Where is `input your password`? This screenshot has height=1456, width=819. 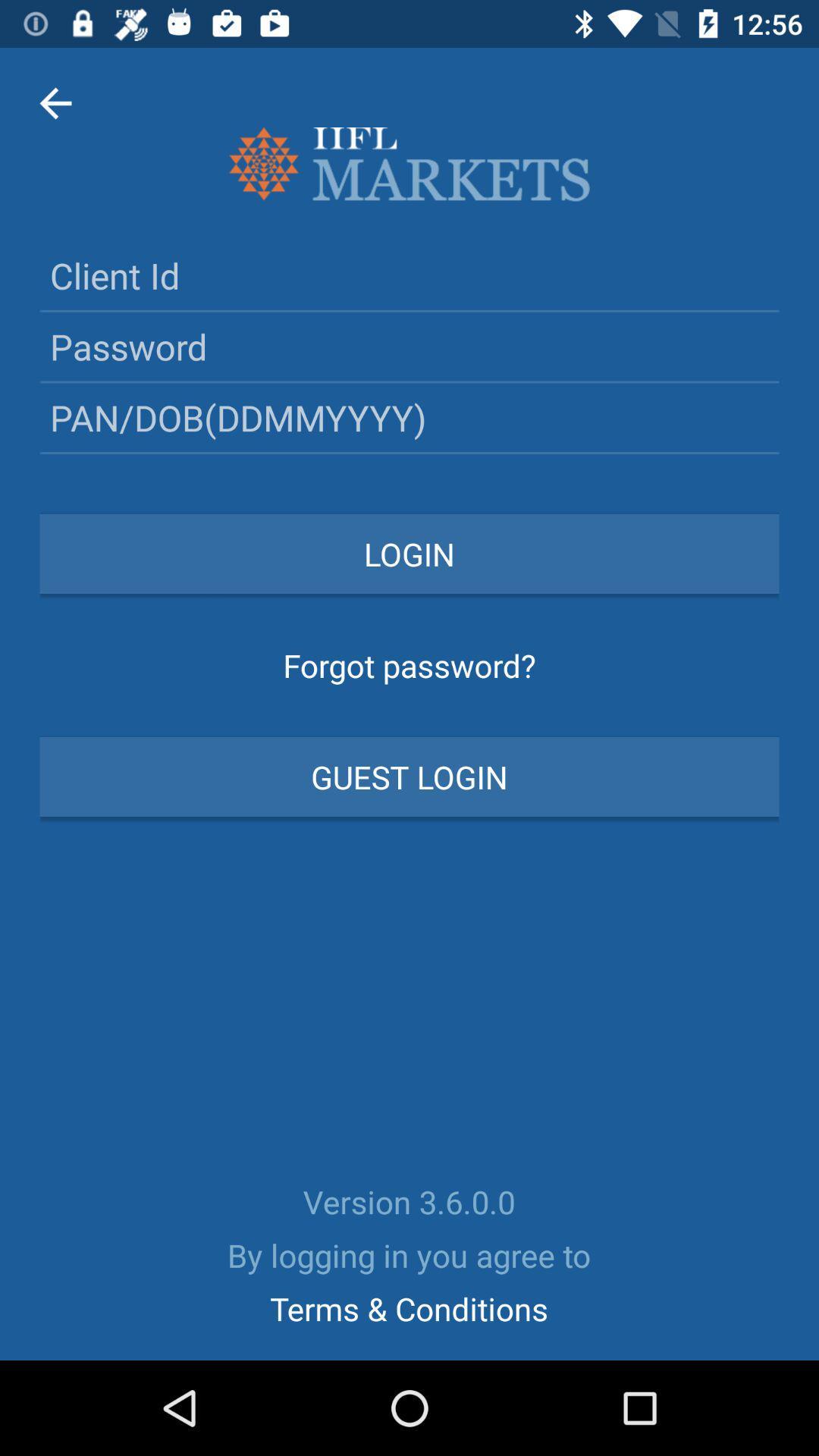 input your password is located at coordinates (409, 346).